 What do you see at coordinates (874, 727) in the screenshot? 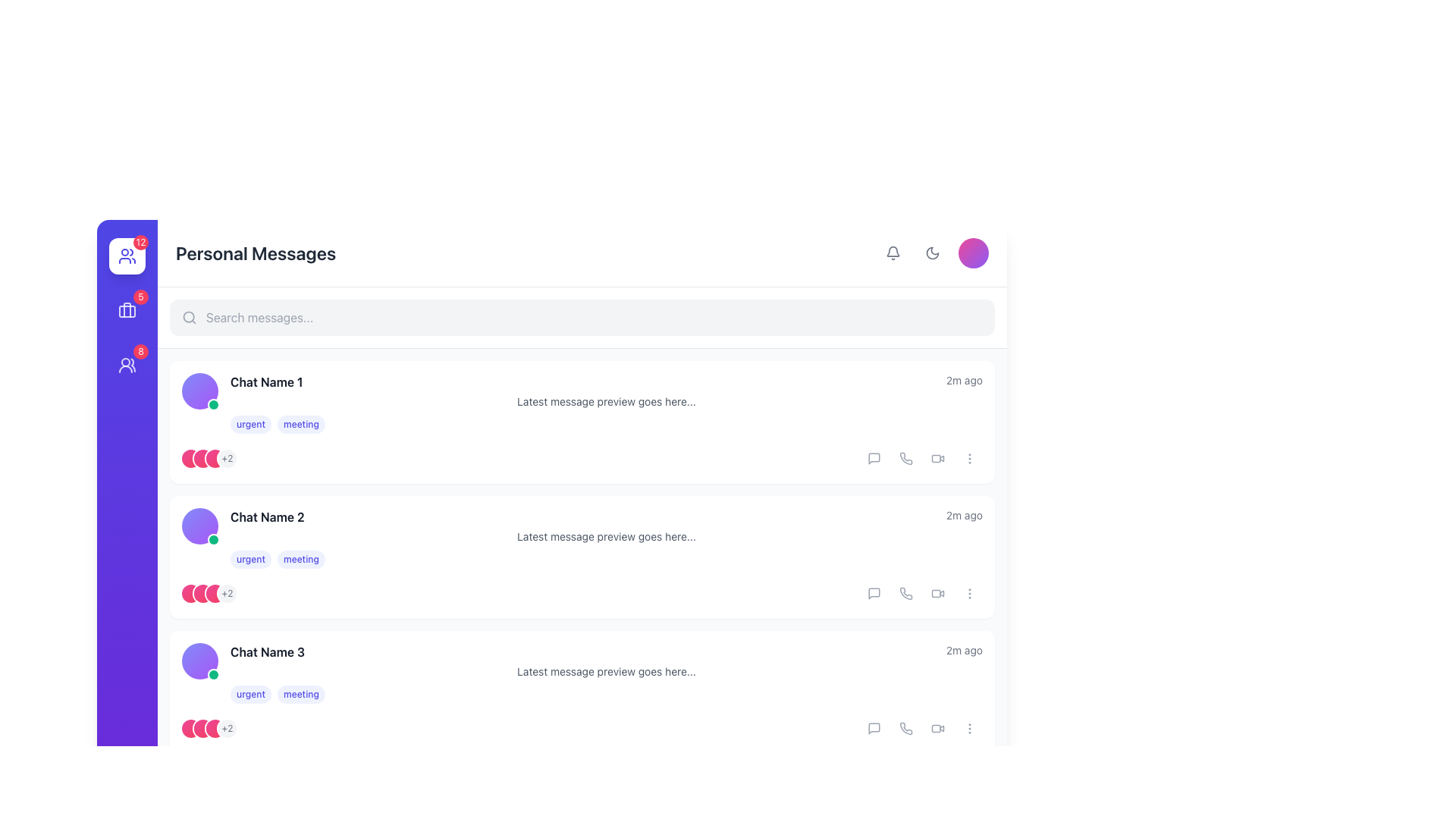
I see `the small speech bubble icon, which is the first icon in the sequence of interactive icons located to the far right of the third chat preview pane` at bounding box center [874, 727].